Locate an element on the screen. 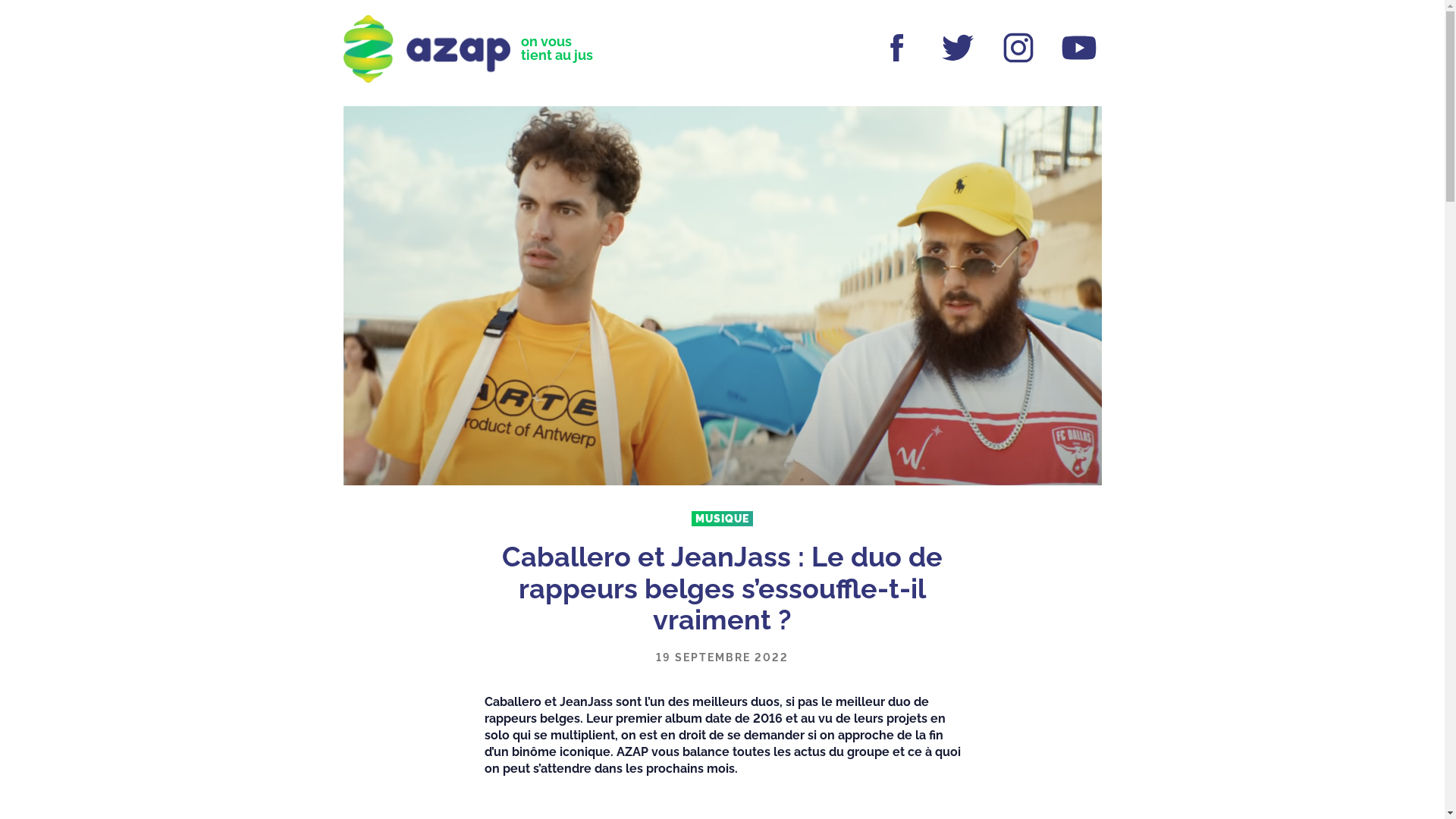 The width and height of the screenshot is (1456, 819). 'MUSIQUE' is located at coordinates (721, 517).